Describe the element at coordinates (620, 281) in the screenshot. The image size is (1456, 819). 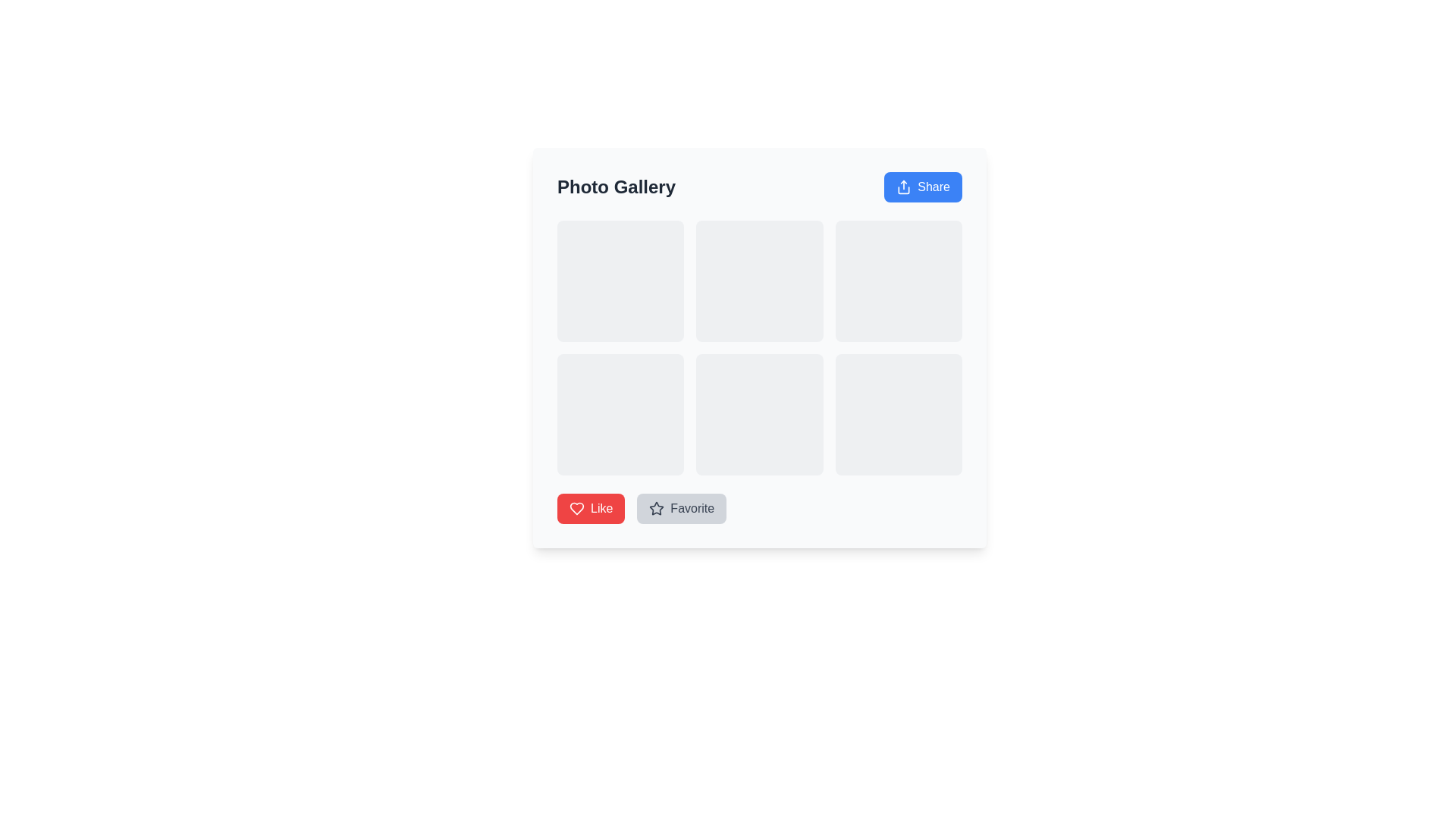
I see `the loading placeholder in the top-left corner of the 'Photo Gallery' section, which represents a loading or empty state for a grid item` at that location.